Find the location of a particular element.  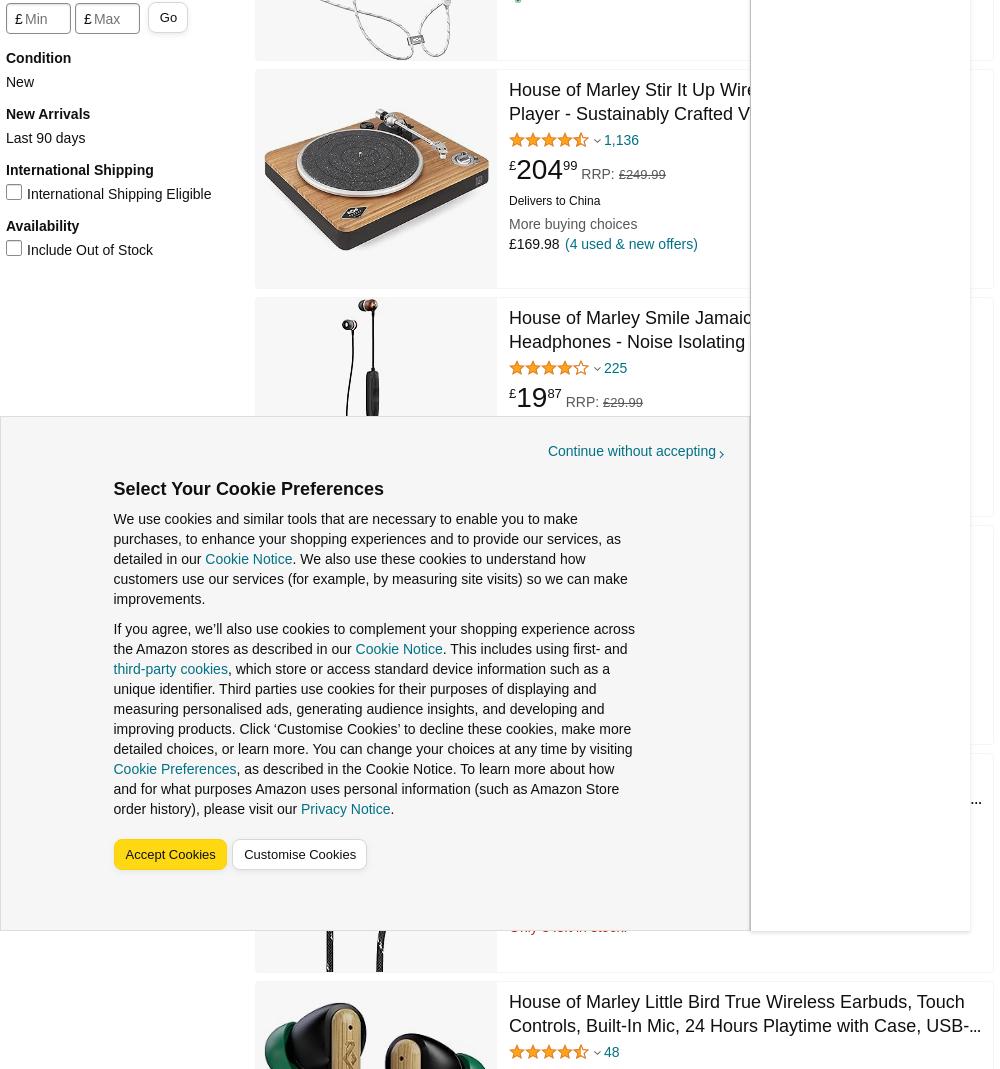

'204' is located at coordinates (539, 169).